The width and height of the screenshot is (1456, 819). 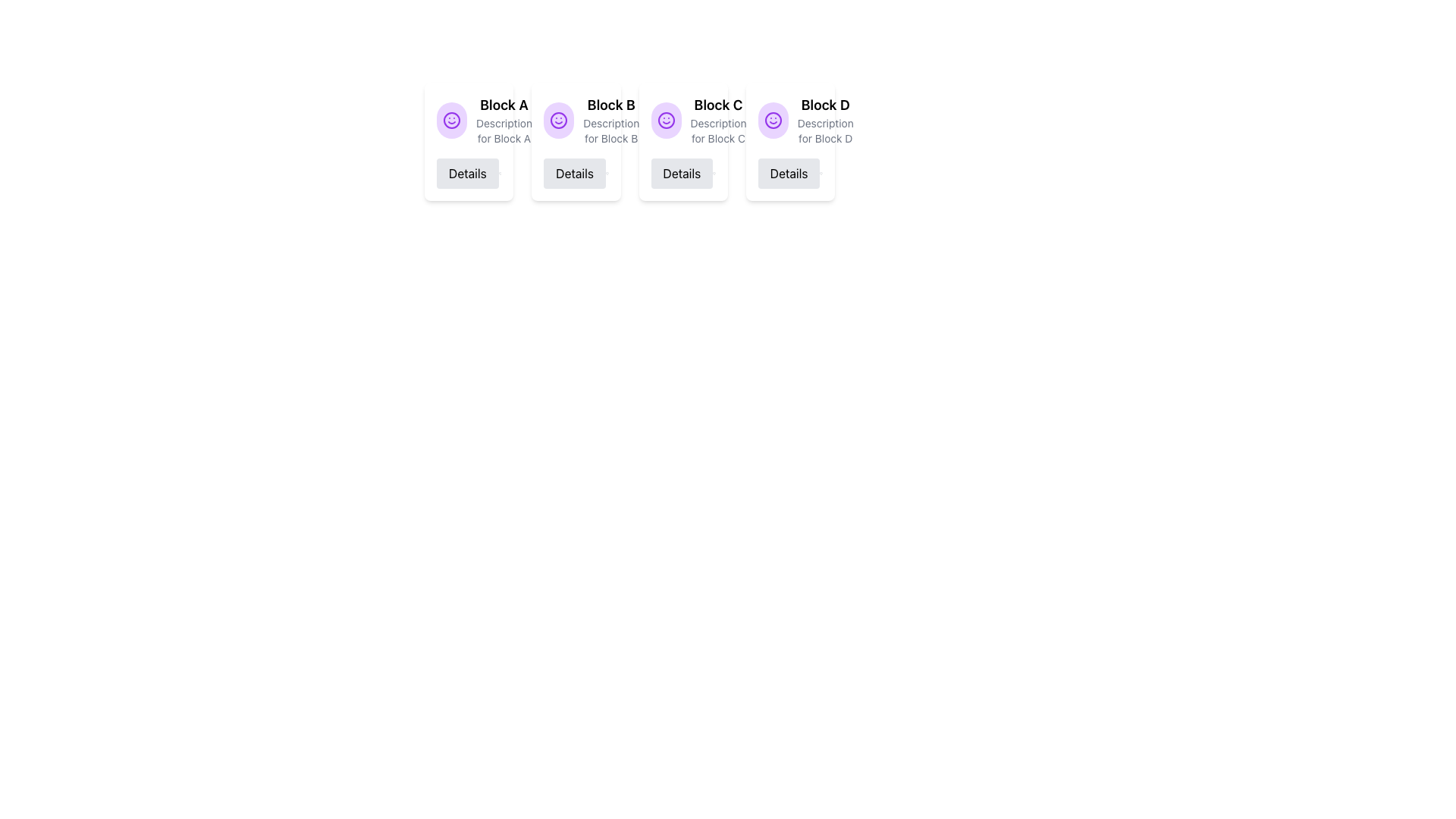 I want to click on the Text Display element that serves as the title and description for Block A, located in the first card from the left, so click(x=504, y=119).